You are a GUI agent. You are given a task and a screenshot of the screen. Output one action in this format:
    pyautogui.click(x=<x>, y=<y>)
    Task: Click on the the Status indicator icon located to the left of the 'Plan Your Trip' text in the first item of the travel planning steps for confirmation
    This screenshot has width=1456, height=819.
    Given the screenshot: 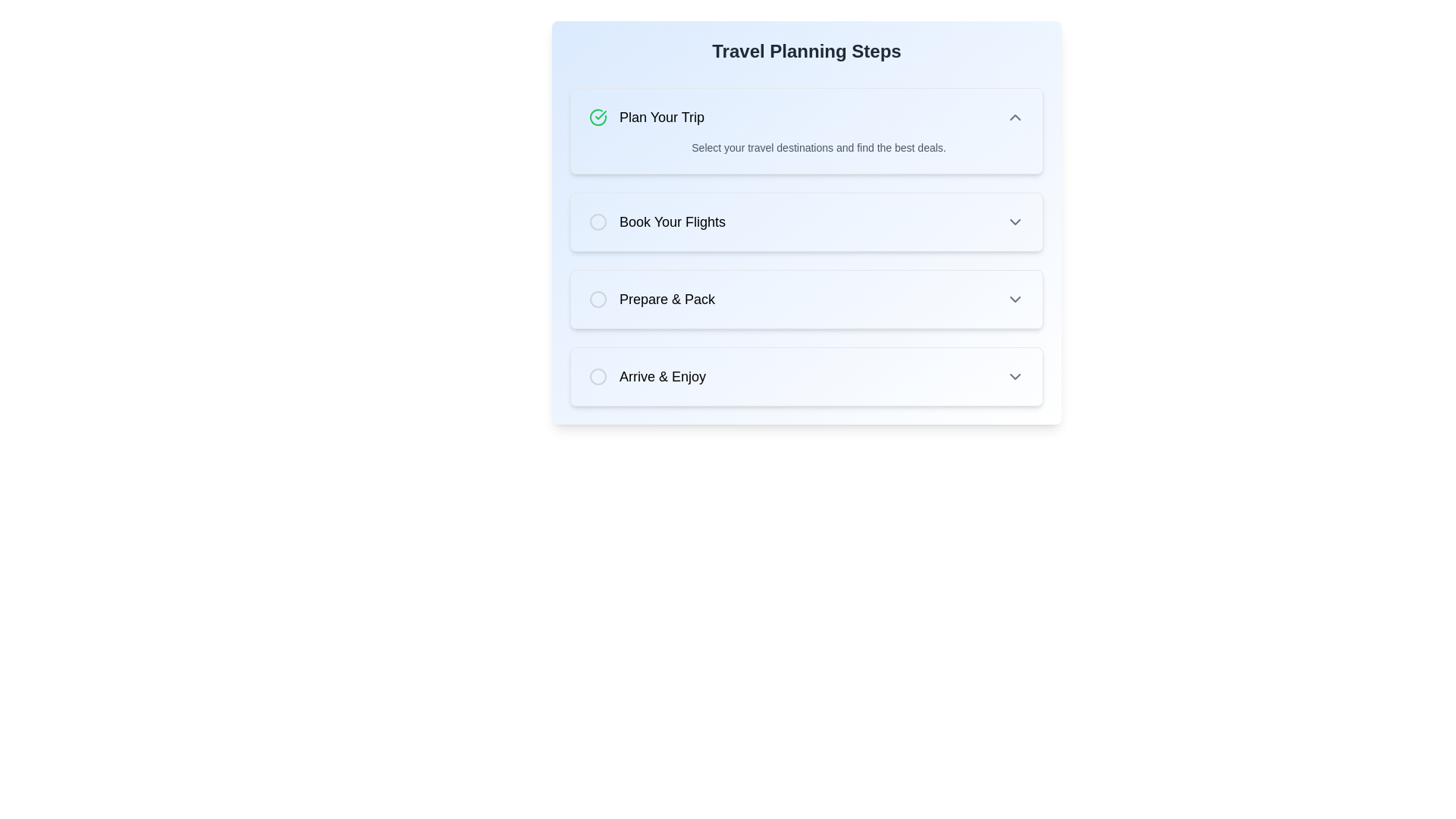 What is the action you would take?
    pyautogui.click(x=597, y=116)
    